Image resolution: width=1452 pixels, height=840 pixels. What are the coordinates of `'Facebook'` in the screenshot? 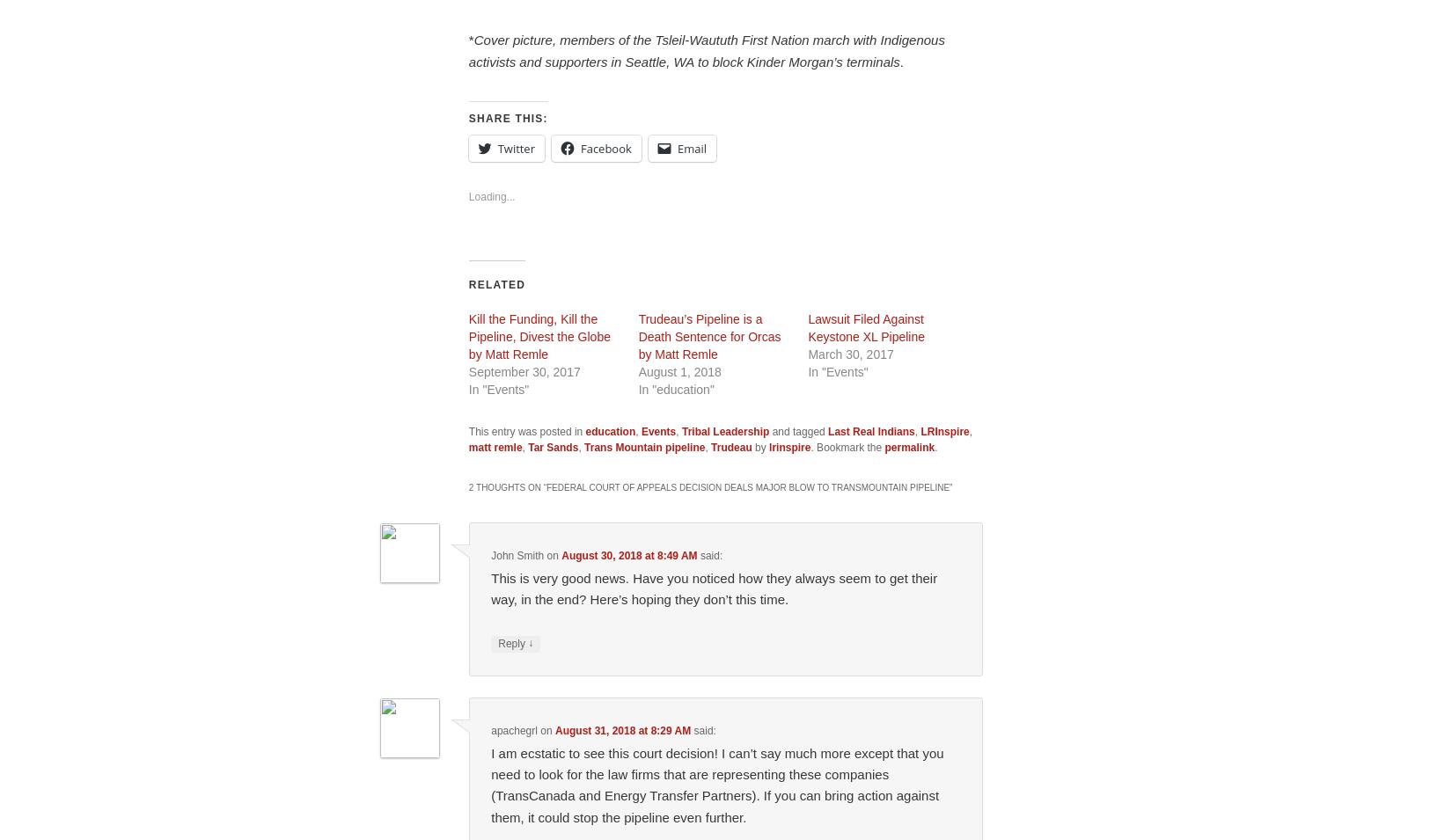 It's located at (605, 149).